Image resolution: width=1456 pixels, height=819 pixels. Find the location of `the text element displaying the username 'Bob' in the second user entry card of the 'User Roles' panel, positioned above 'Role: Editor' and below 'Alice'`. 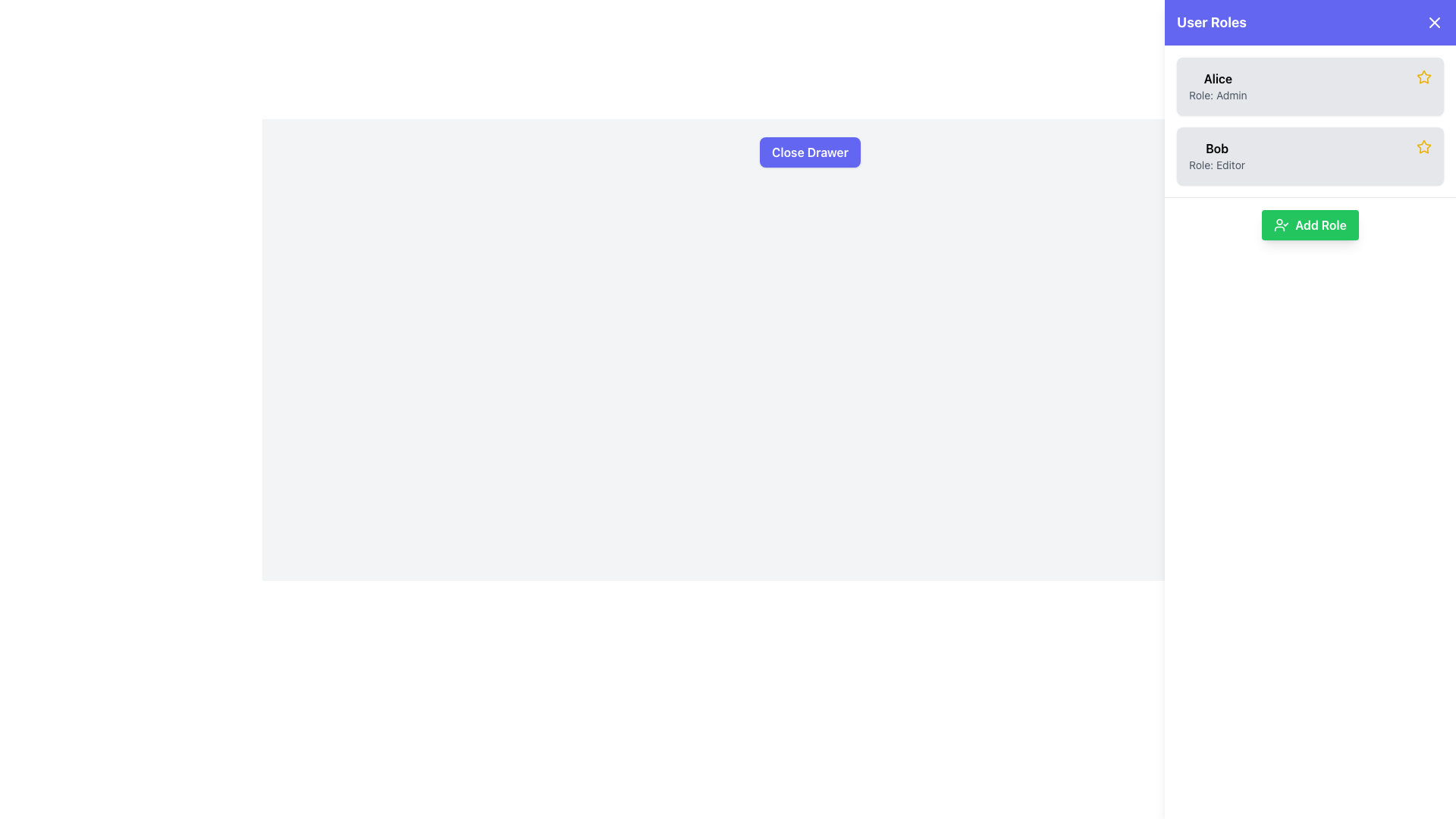

the text element displaying the username 'Bob' in the second user entry card of the 'User Roles' panel, positioned above 'Role: Editor' and below 'Alice' is located at coordinates (1216, 149).